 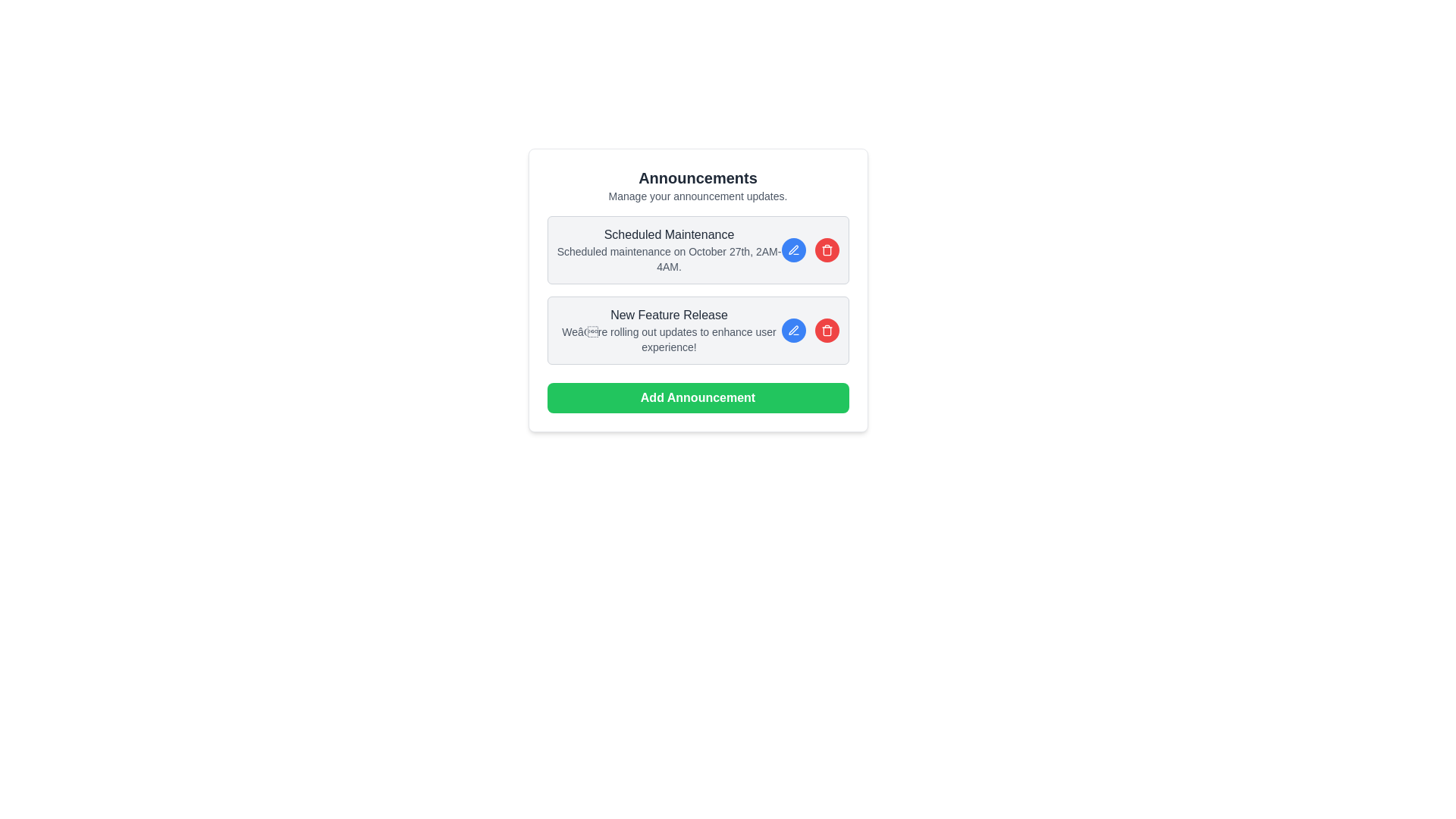 What do you see at coordinates (792, 249) in the screenshot?
I see `the edit button located to the left of the red circular trash icon in the controls for the 'Scheduled Maintenance' announcement to initiate editing` at bounding box center [792, 249].